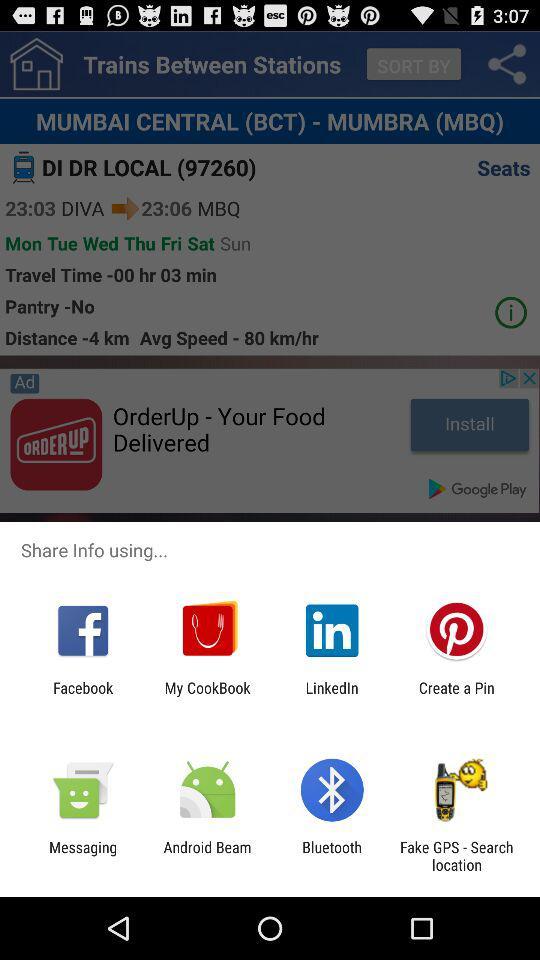  I want to click on the my cookbook item, so click(206, 696).